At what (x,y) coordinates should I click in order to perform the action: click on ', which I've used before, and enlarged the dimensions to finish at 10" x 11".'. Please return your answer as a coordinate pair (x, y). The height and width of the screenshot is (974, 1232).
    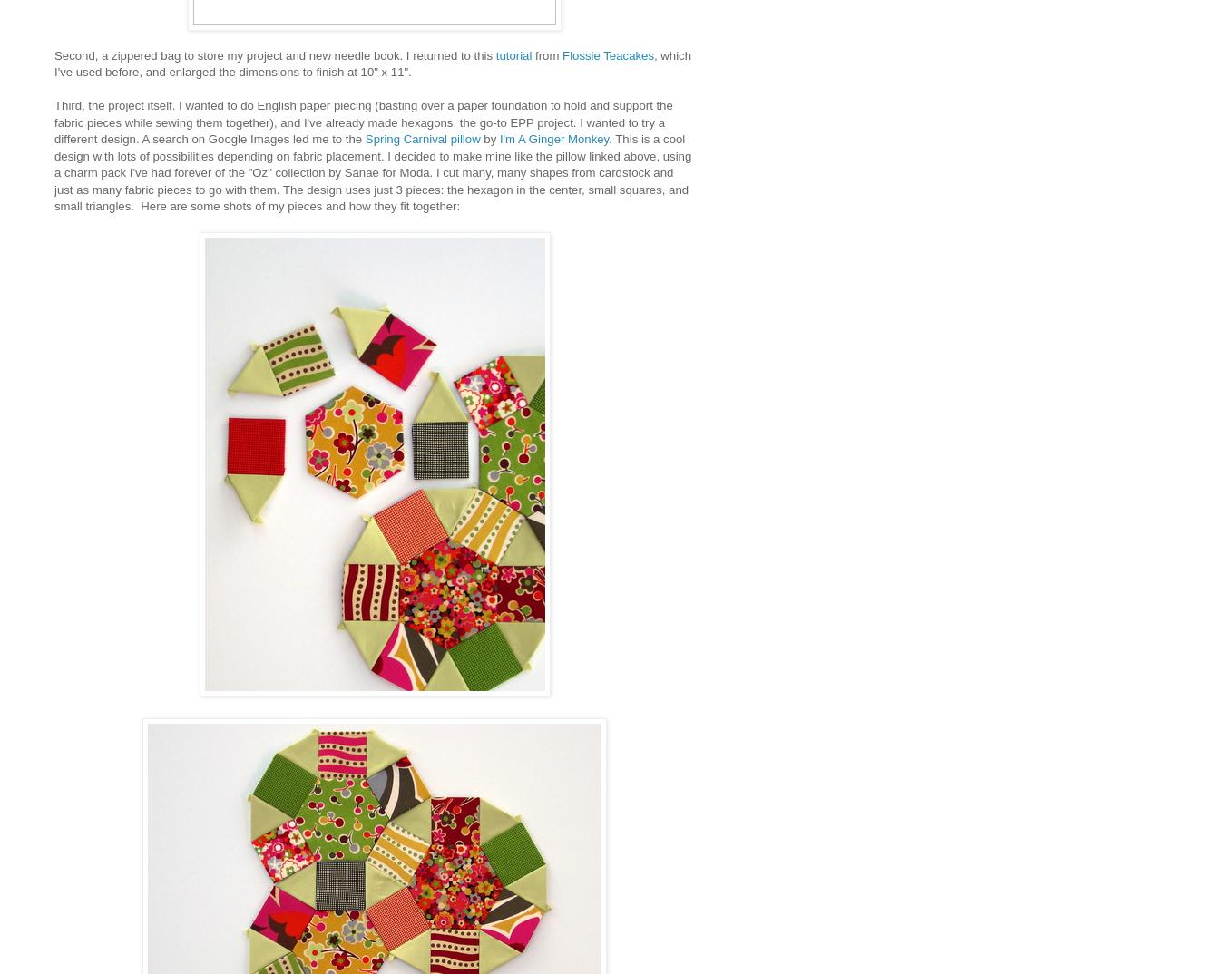
    Looking at the image, I should click on (372, 63).